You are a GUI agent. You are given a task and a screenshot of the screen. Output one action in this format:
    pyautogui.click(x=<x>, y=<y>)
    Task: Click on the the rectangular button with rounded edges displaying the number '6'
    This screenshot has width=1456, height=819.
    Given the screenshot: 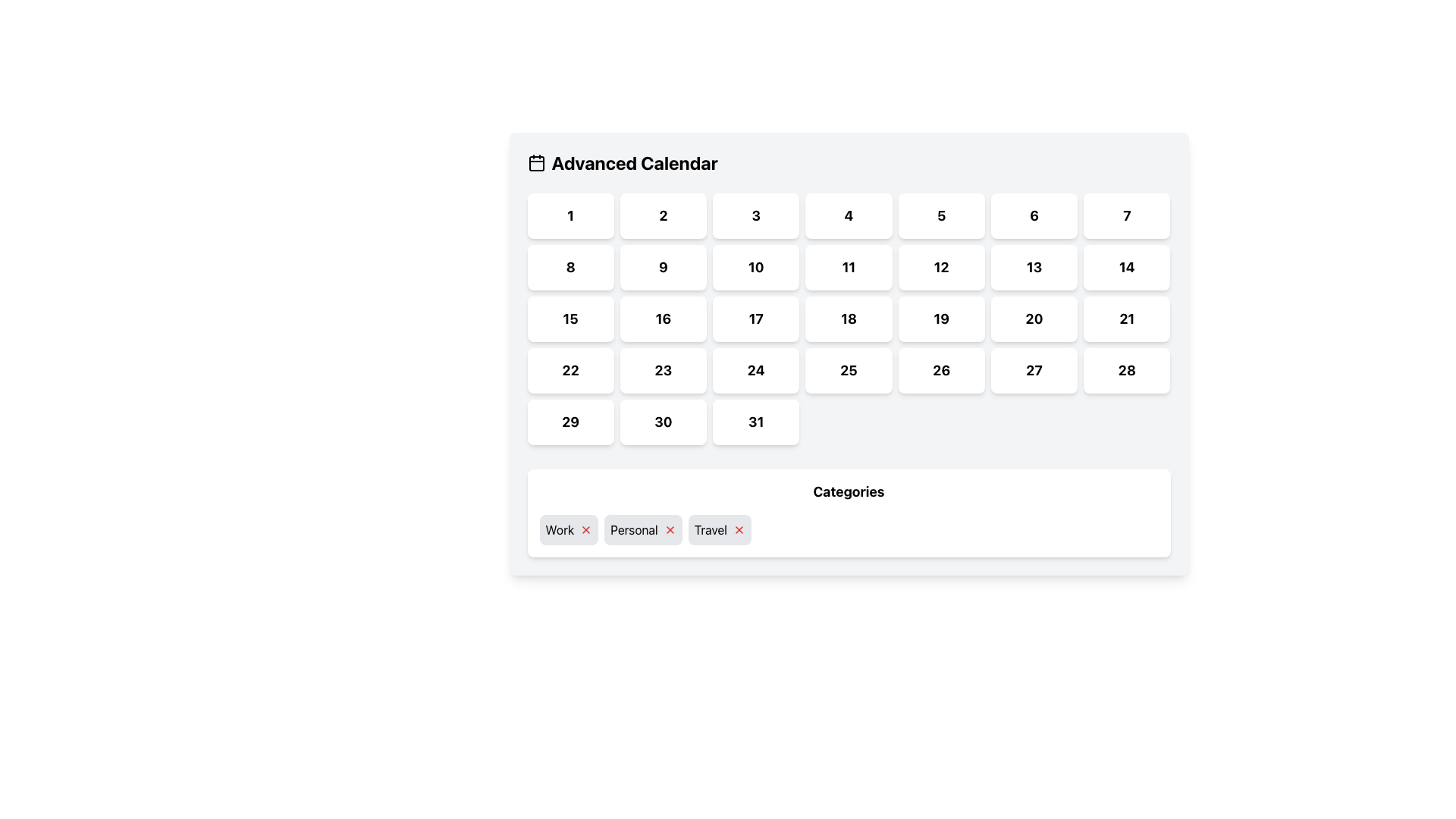 What is the action you would take?
    pyautogui.click(x=1033, y=216)
    